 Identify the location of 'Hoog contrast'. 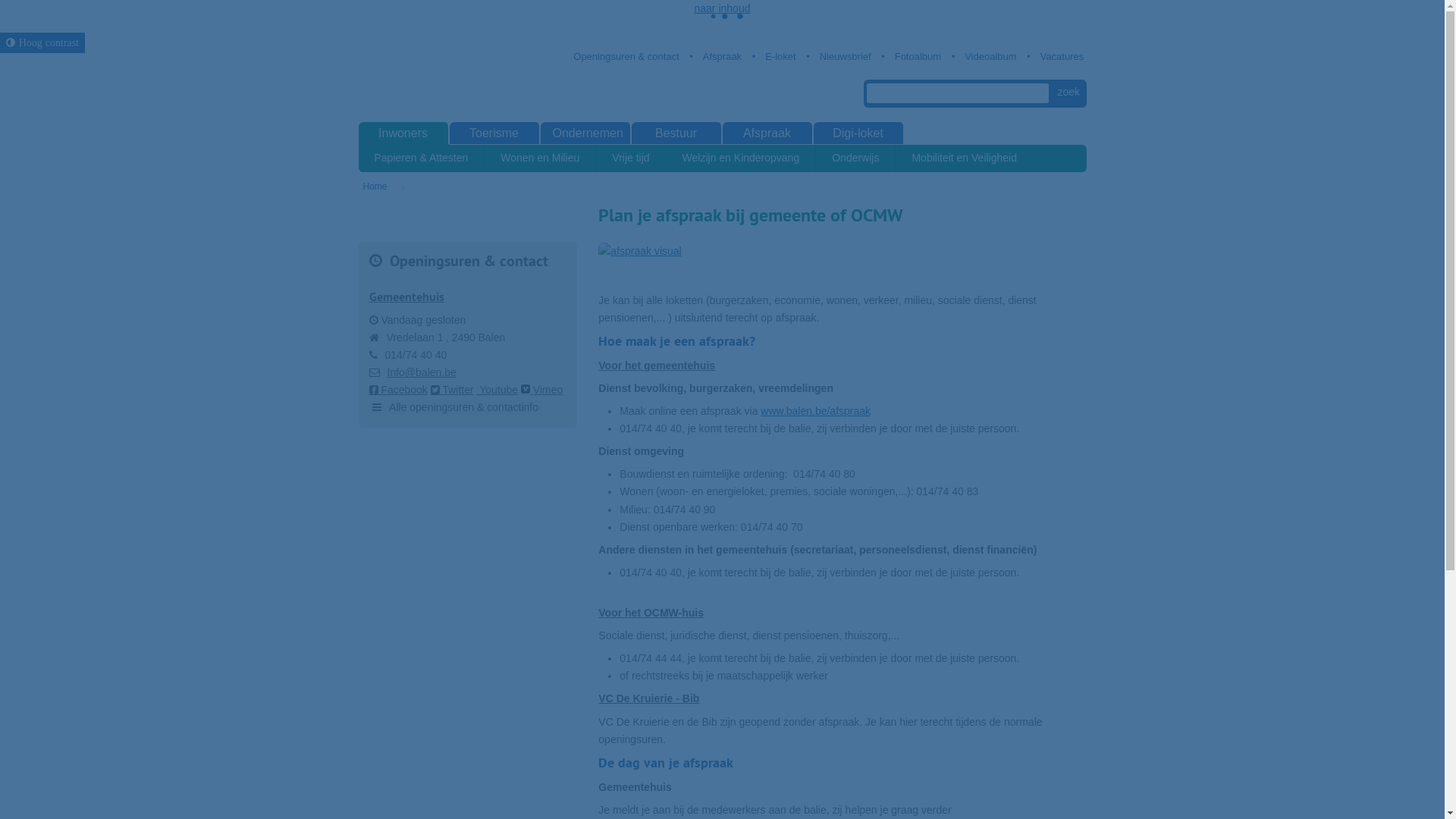
(0, 42).